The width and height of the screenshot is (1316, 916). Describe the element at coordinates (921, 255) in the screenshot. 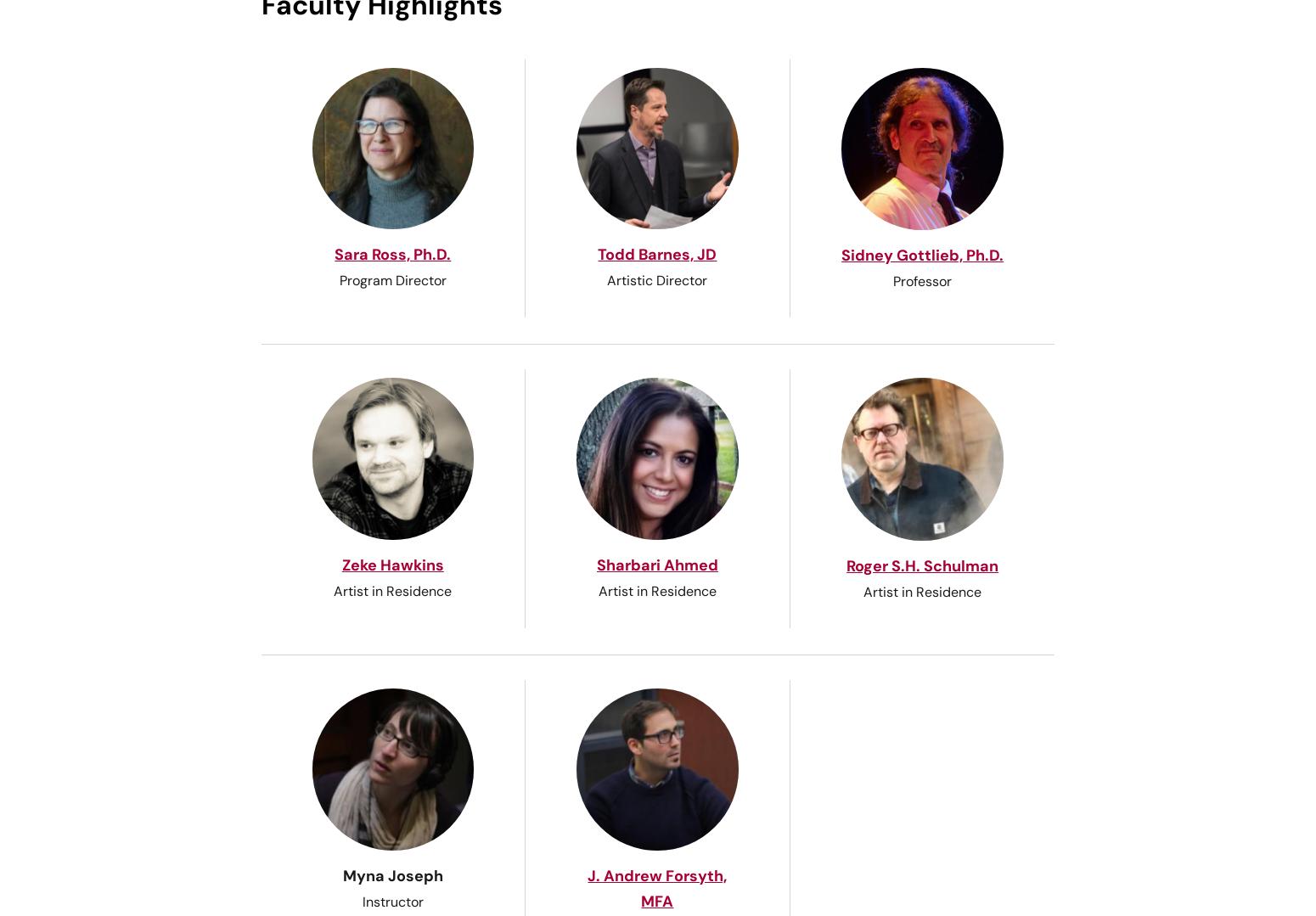

I see `'Sidney Gottlieb, Ph.D.'` at that location.